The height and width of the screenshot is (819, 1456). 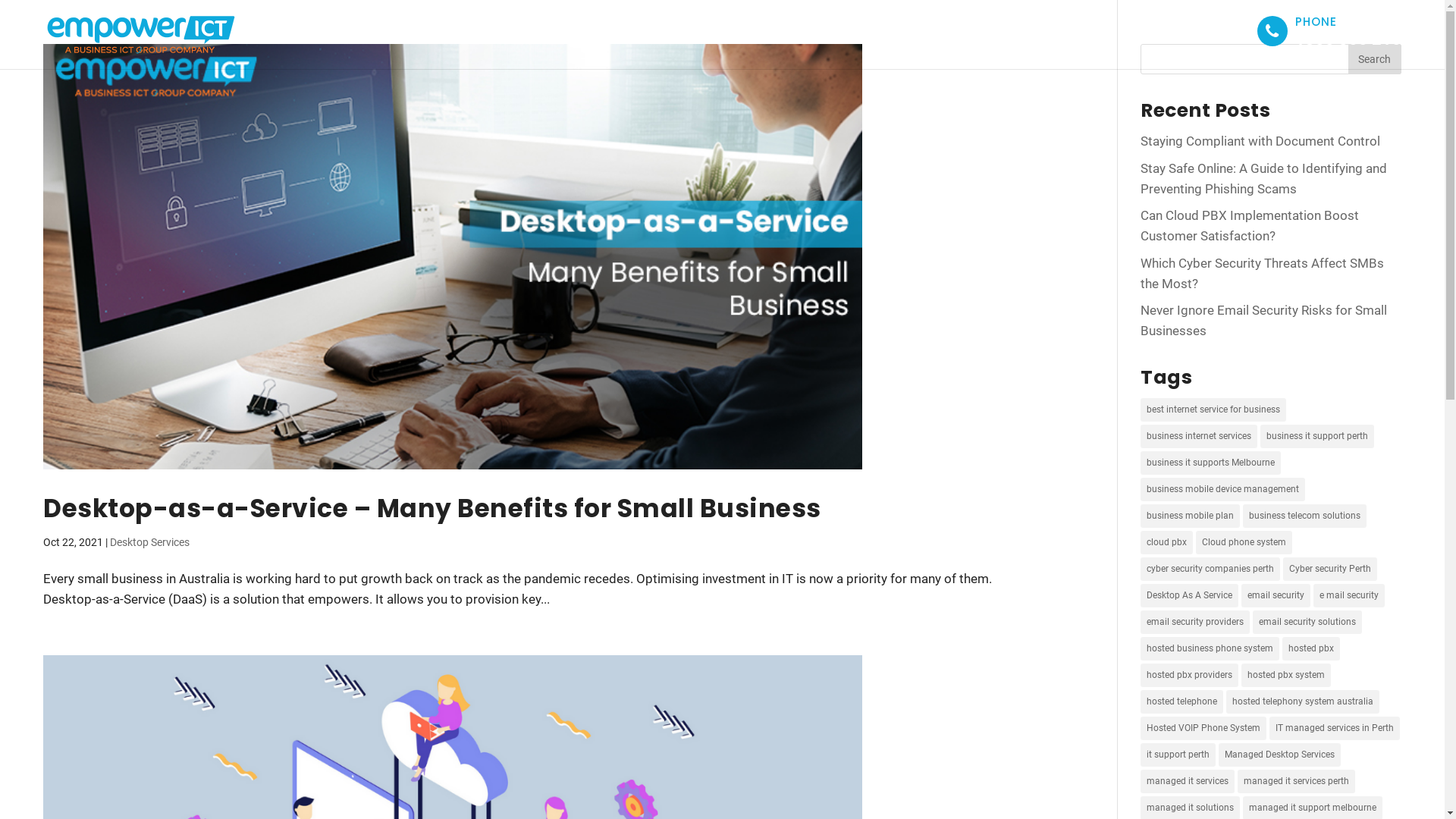 What do you see at coordinates (1262, 271) in the screenshot?
I see `'Which Cyber Security Threats Affect SMBs the Most?'` at bounding box center [1262, 271].